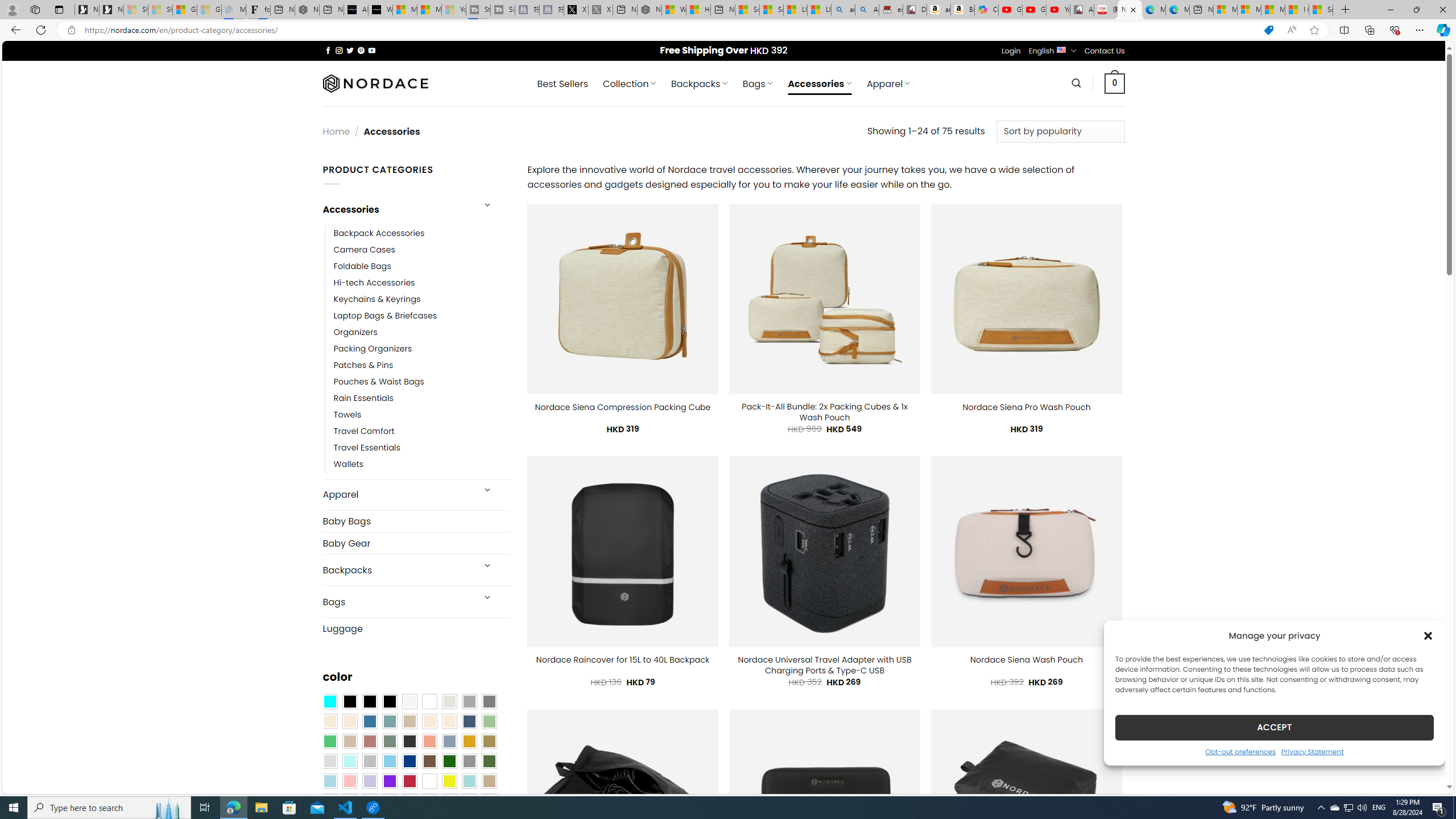 The width and height of the screenshot is (1456, 819). Describe the element at coordinates (1296, 9) in the screenshot. I see `'I Gained 20 Pounds of Muscle in 30 Days! | Watch'` at that location.